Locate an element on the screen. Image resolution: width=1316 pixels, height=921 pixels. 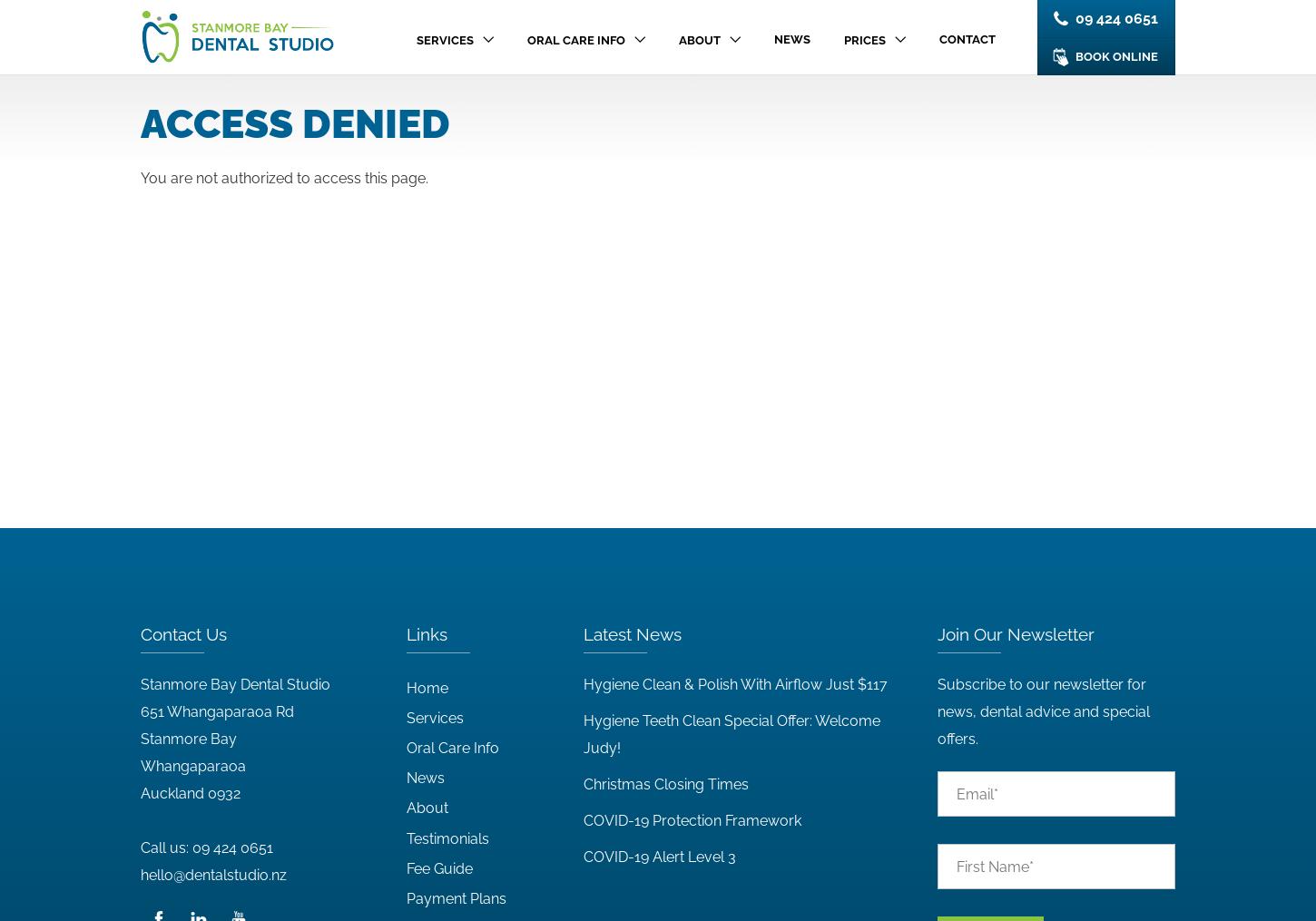
'Call us:' is located at coordinates (165, 847).